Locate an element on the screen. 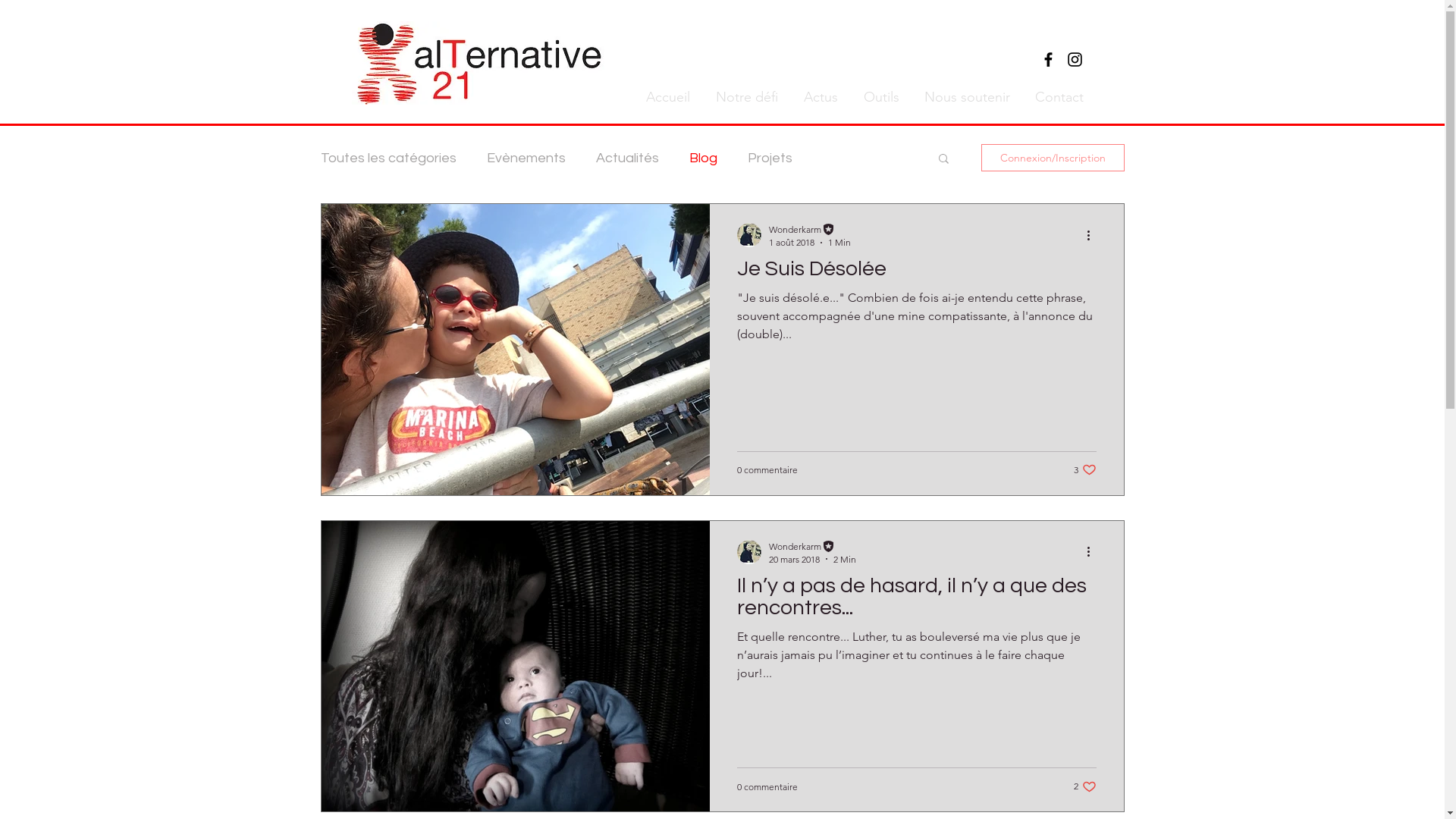 The height and width of the screenshot is (819, 1456). 'Contact' is located at coordinates (1056, 96).